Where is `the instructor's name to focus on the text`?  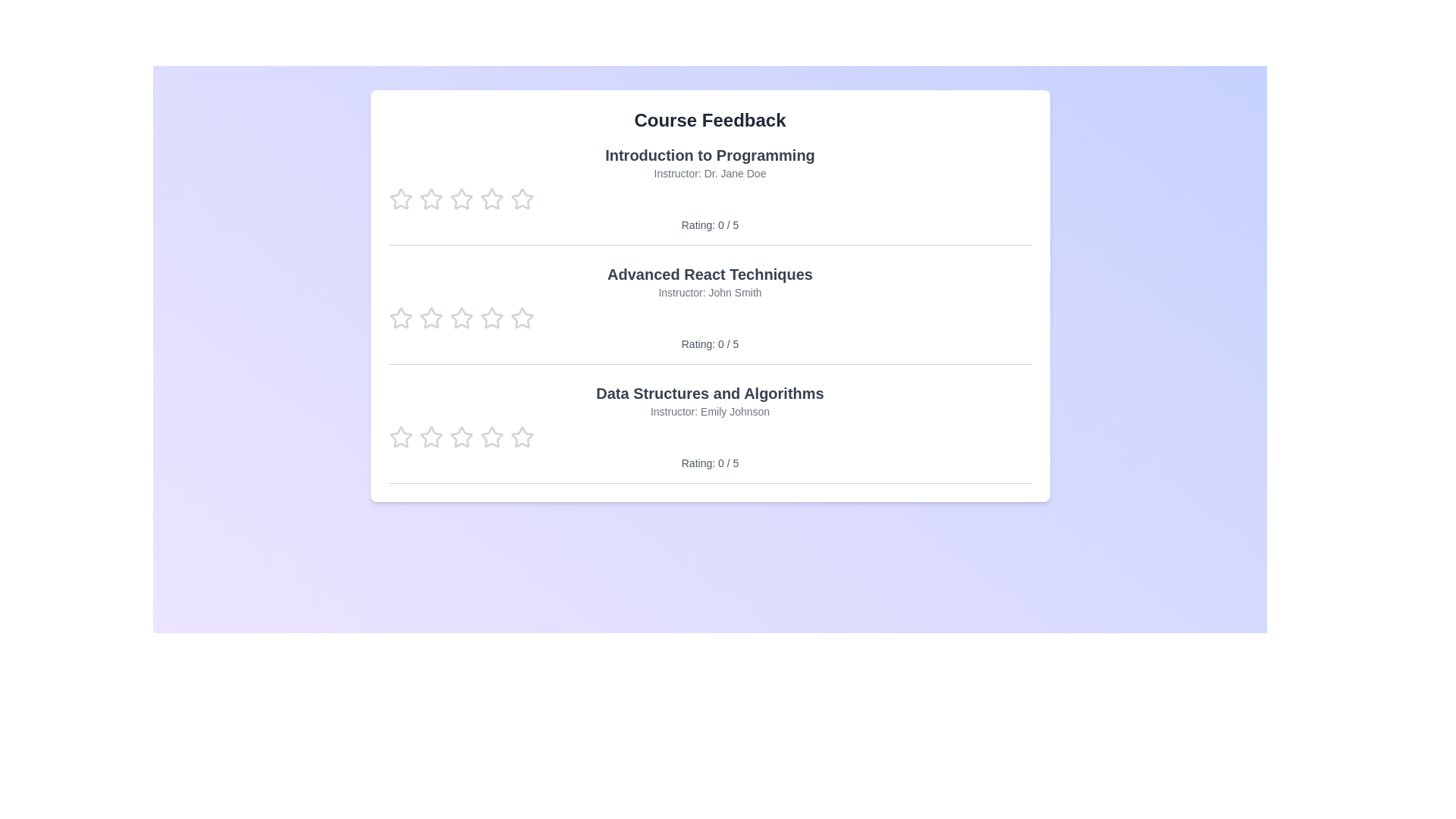 the instructor's name to focus on the text is located at coordinates (709, 172).